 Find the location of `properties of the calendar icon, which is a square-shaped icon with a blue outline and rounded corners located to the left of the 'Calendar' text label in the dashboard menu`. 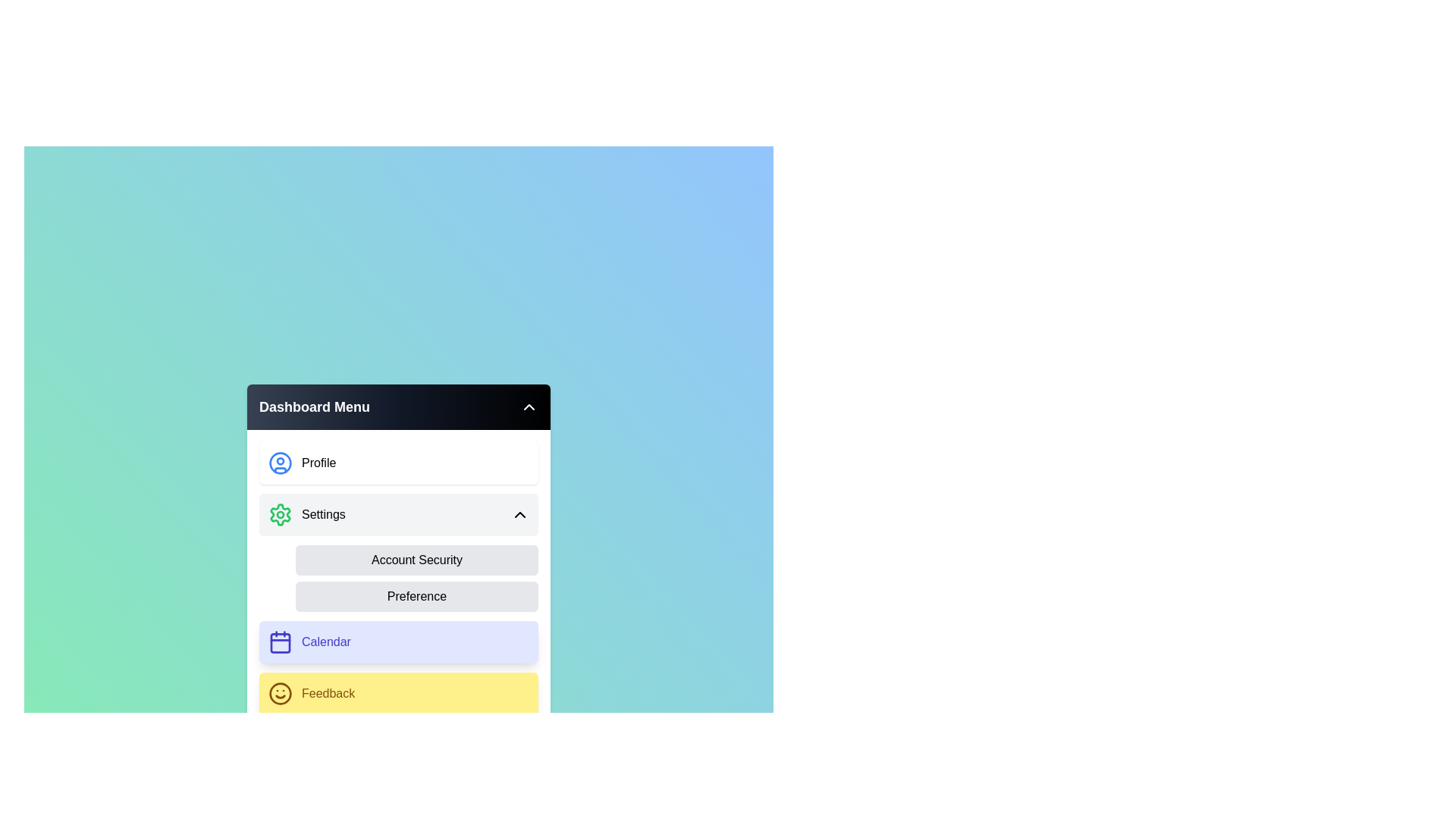

properties of the calendar icon, which is a square-shaped icon with a blue outline and rounded corners located to the left of the 'Calendar' text label in the dashboard menu is located at coordinates (280, 642).